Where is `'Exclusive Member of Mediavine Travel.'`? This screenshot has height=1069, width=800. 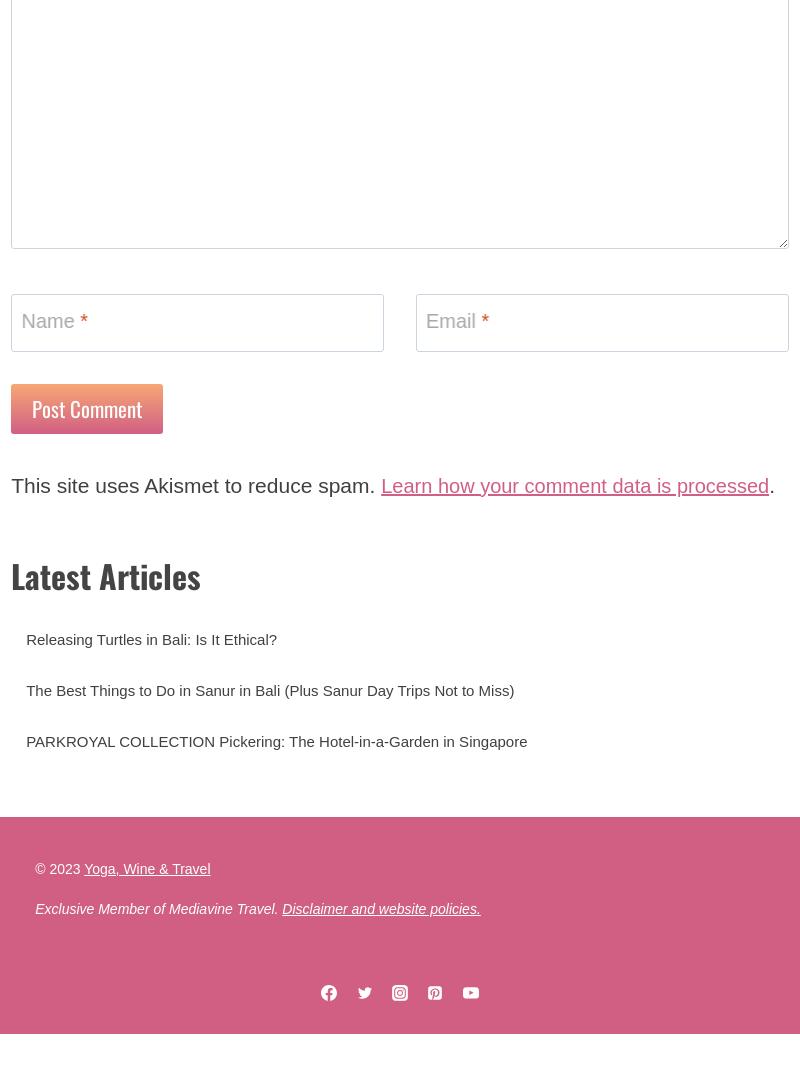 'Exclusive Member of Mediavine Travel.' is located at coordinates (158, 964).